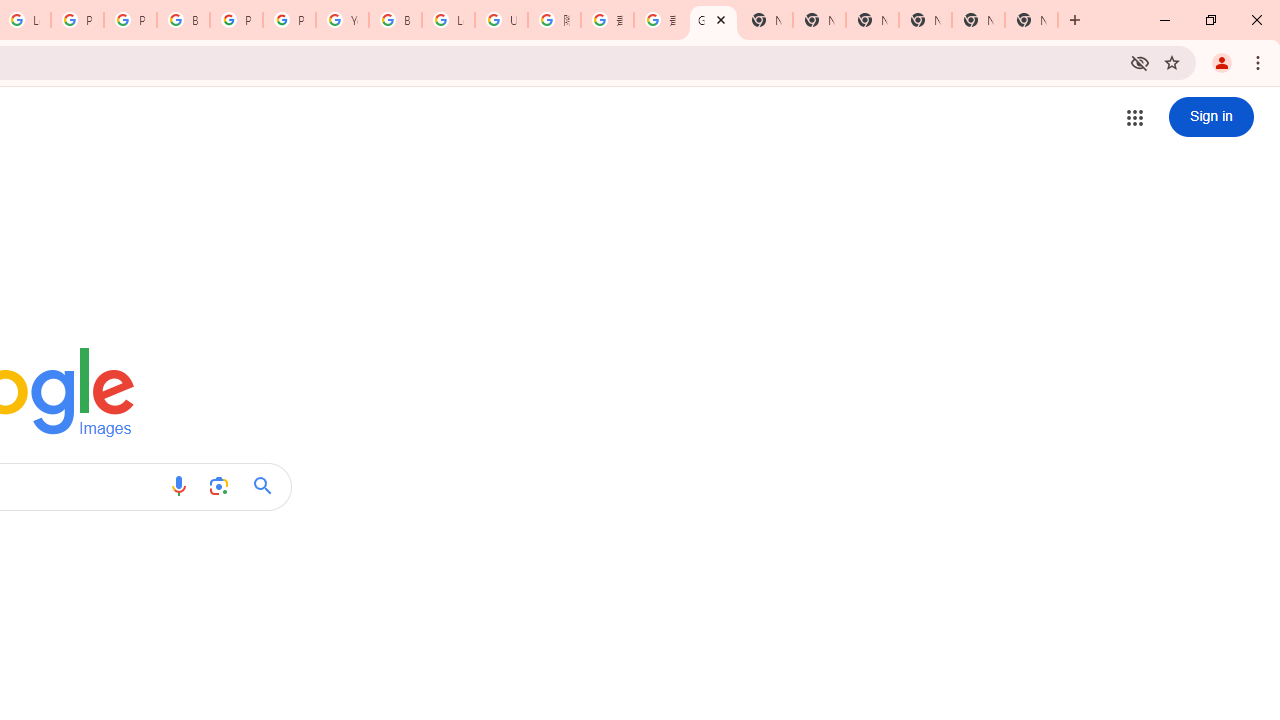 The width and height of the screenshot is (1280, 720). Describe the element at coordinates (77, 20) in the screenshot. I see `'Privacy Help Center - Policies Help'` at that location.